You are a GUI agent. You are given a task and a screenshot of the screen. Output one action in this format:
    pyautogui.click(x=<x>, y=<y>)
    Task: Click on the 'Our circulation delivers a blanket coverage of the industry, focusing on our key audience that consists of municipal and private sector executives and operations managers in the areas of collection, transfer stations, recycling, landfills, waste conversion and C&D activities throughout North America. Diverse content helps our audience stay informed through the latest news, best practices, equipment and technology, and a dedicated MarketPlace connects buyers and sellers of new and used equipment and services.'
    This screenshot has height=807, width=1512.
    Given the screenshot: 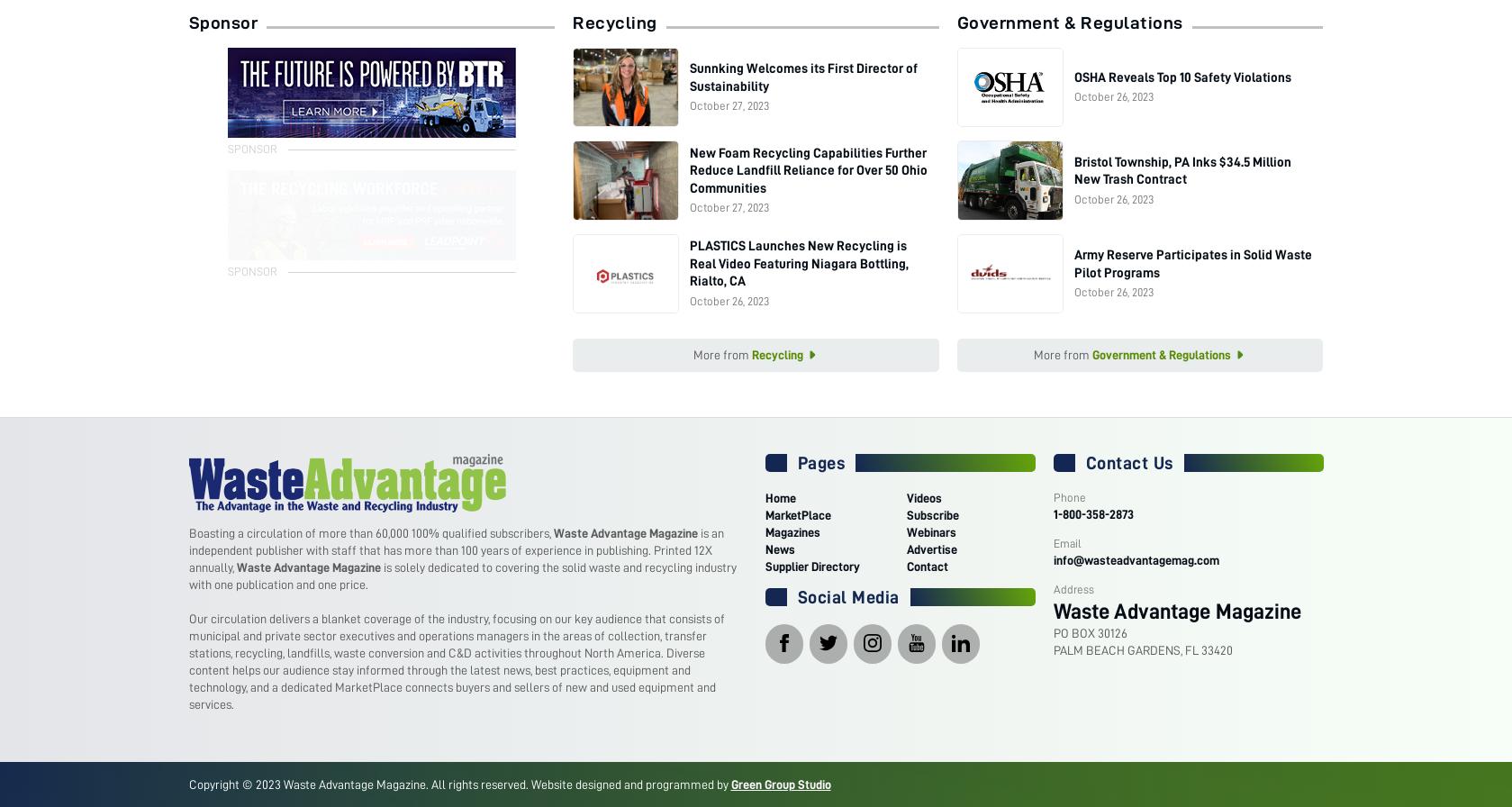 What is the action you would take?
    pyautogui.click(x=456, y=661)
    